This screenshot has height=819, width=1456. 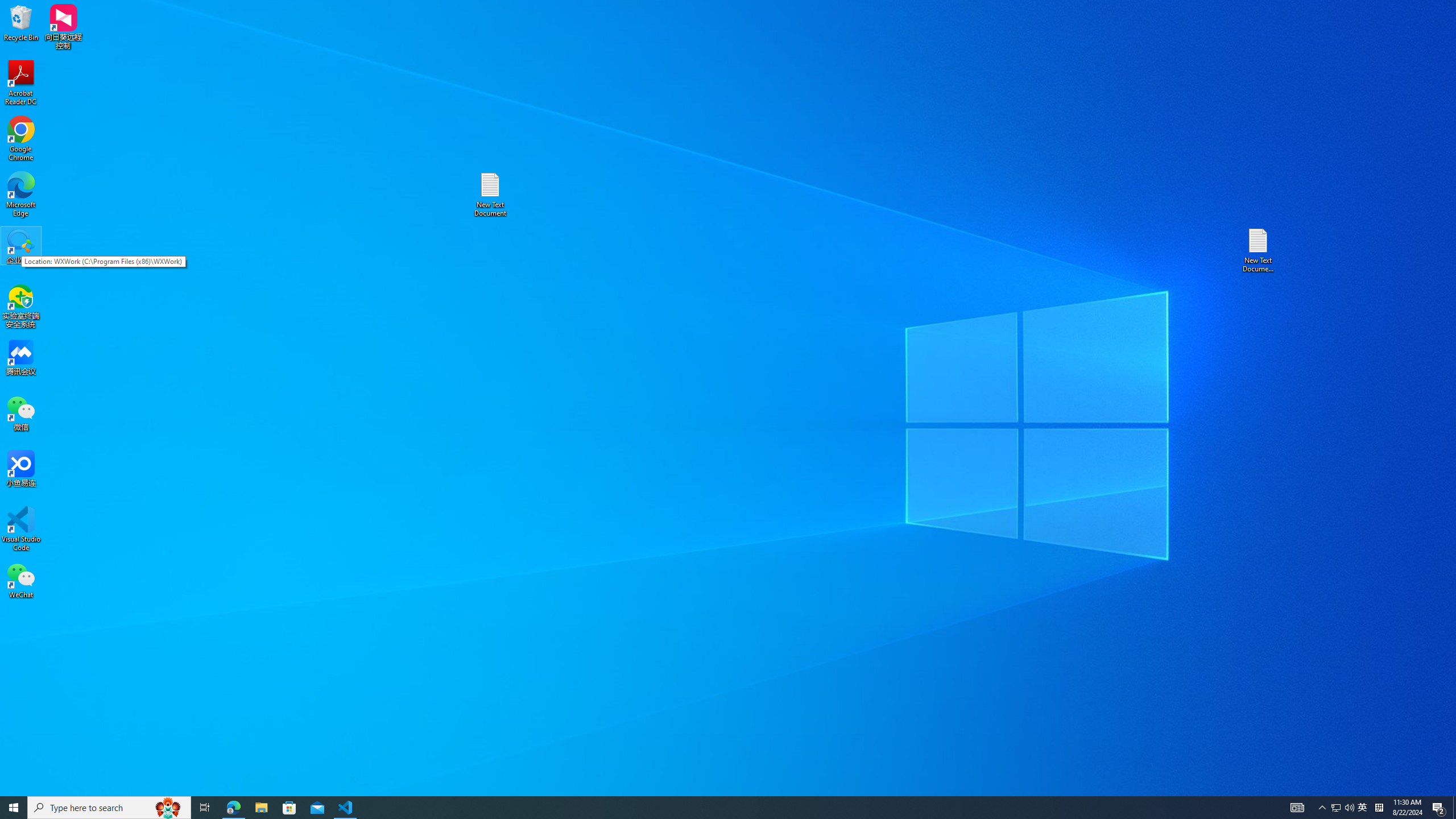 What do you see at coordinates (1259, 249) in the screenshot?
I see `'New Text Document (2)'` at bounding box center [1259, 249].